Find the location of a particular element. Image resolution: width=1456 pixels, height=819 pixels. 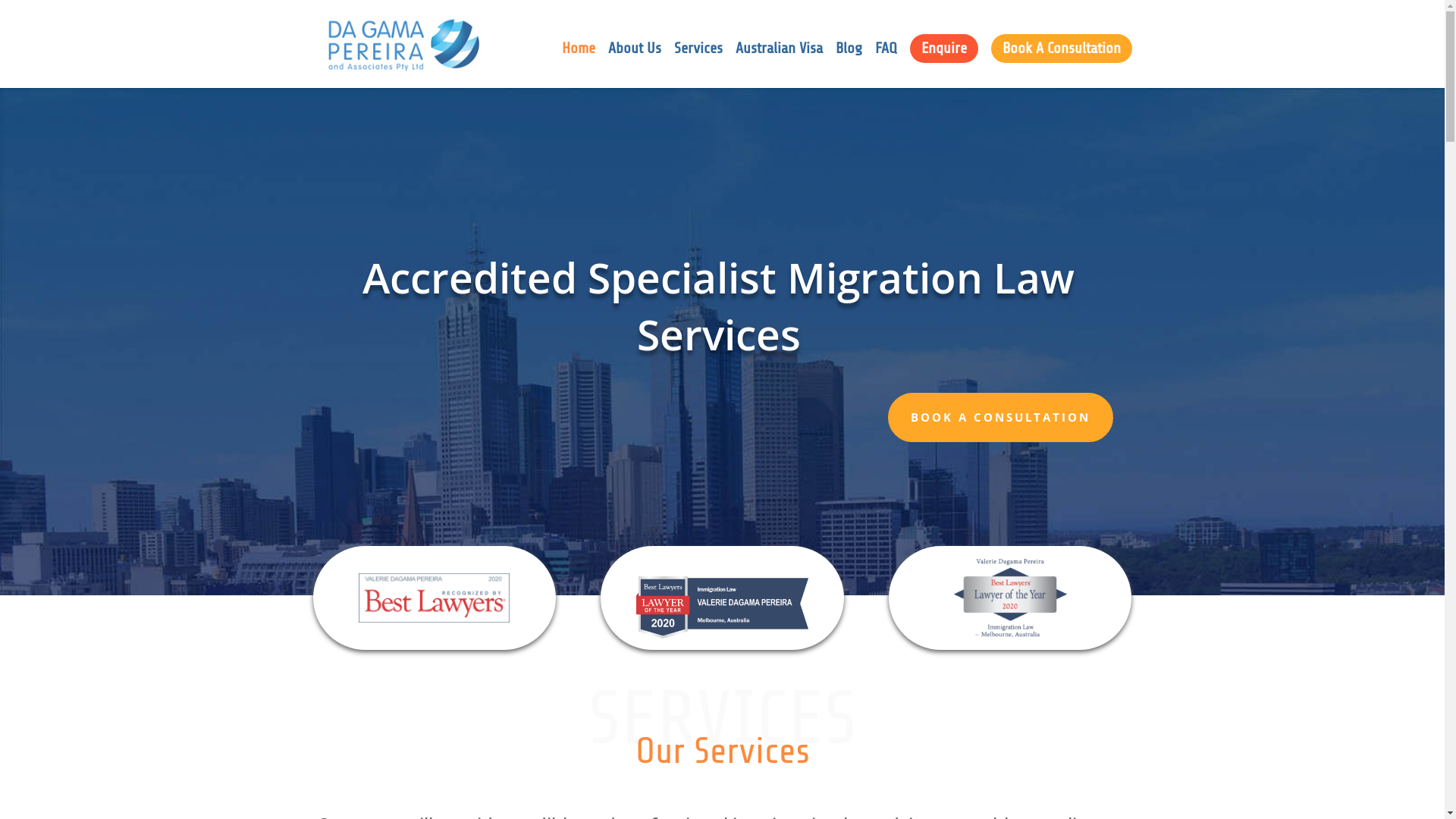

'Home' is located at coordinates (560, 64).